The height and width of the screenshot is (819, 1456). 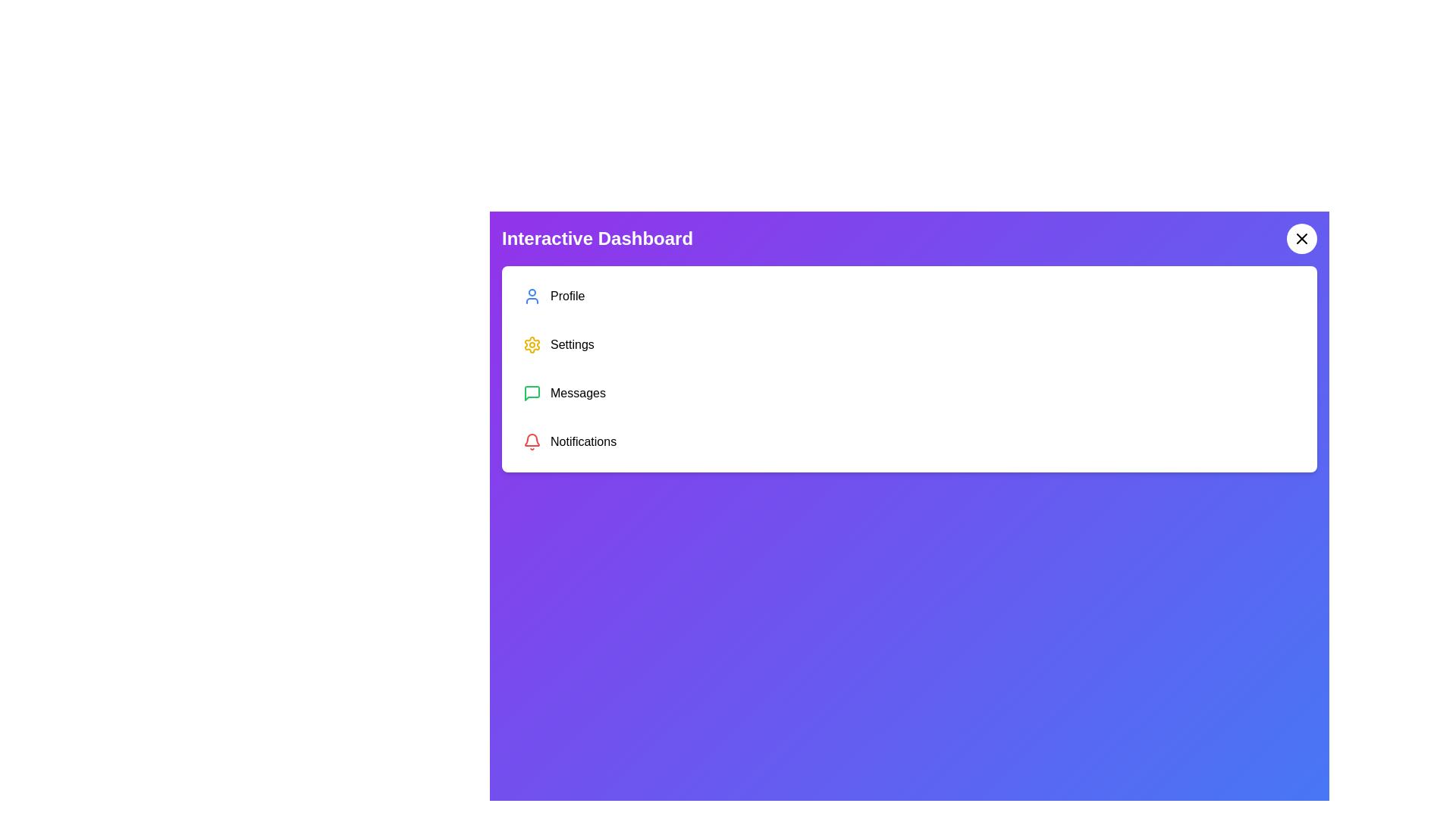 What do you see at coordinates (1301, 239) in the screenshot?
I see `the circular button with a white background and black 'X' symbol located in the top-right corner of the interface's purple header` at bounding box center [1301, 239].